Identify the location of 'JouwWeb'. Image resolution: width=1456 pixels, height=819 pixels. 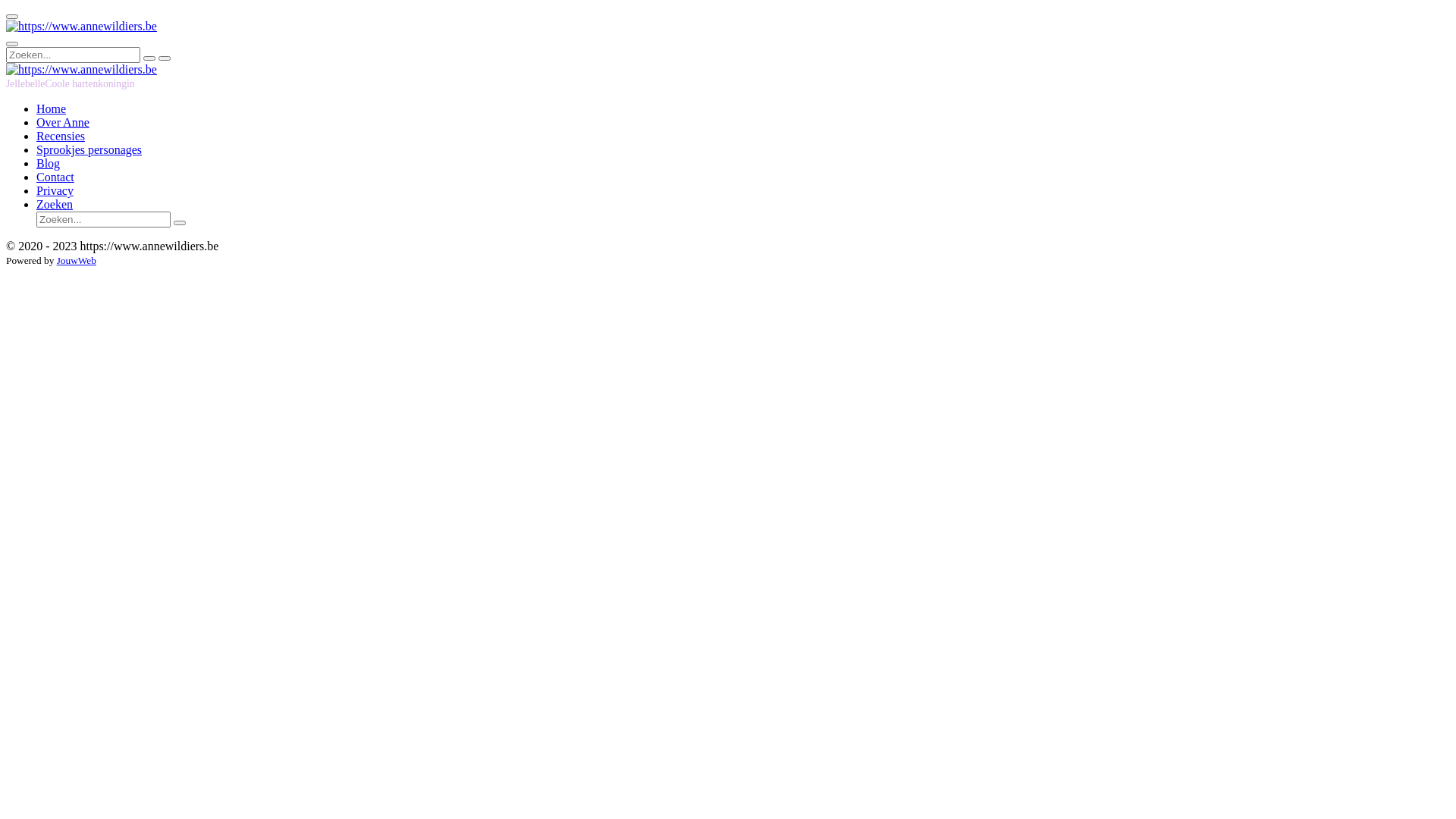
(57, 259).